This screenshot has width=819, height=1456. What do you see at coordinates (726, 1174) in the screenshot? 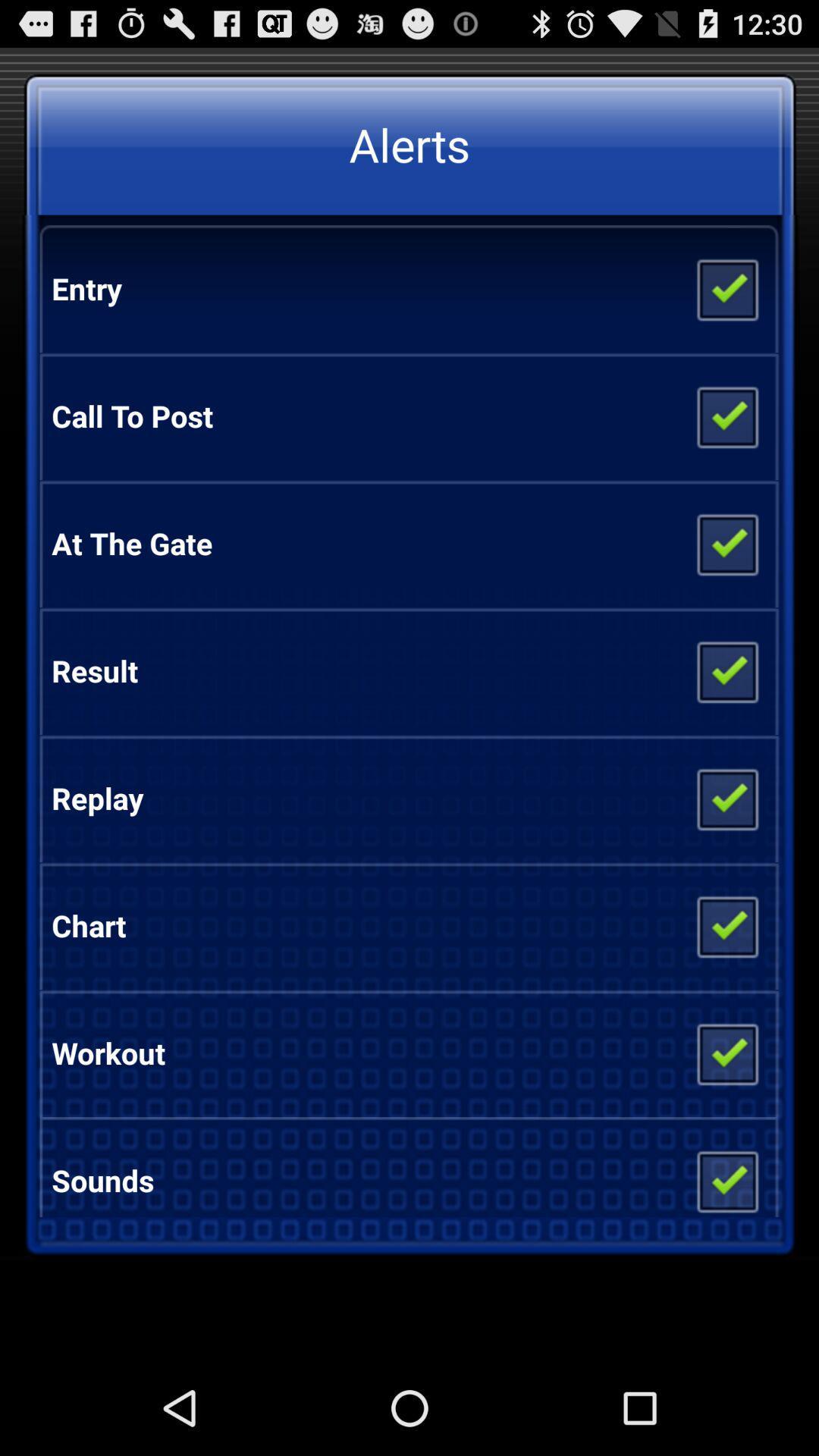
I see `sounds` at bounding box center [726, 1174].